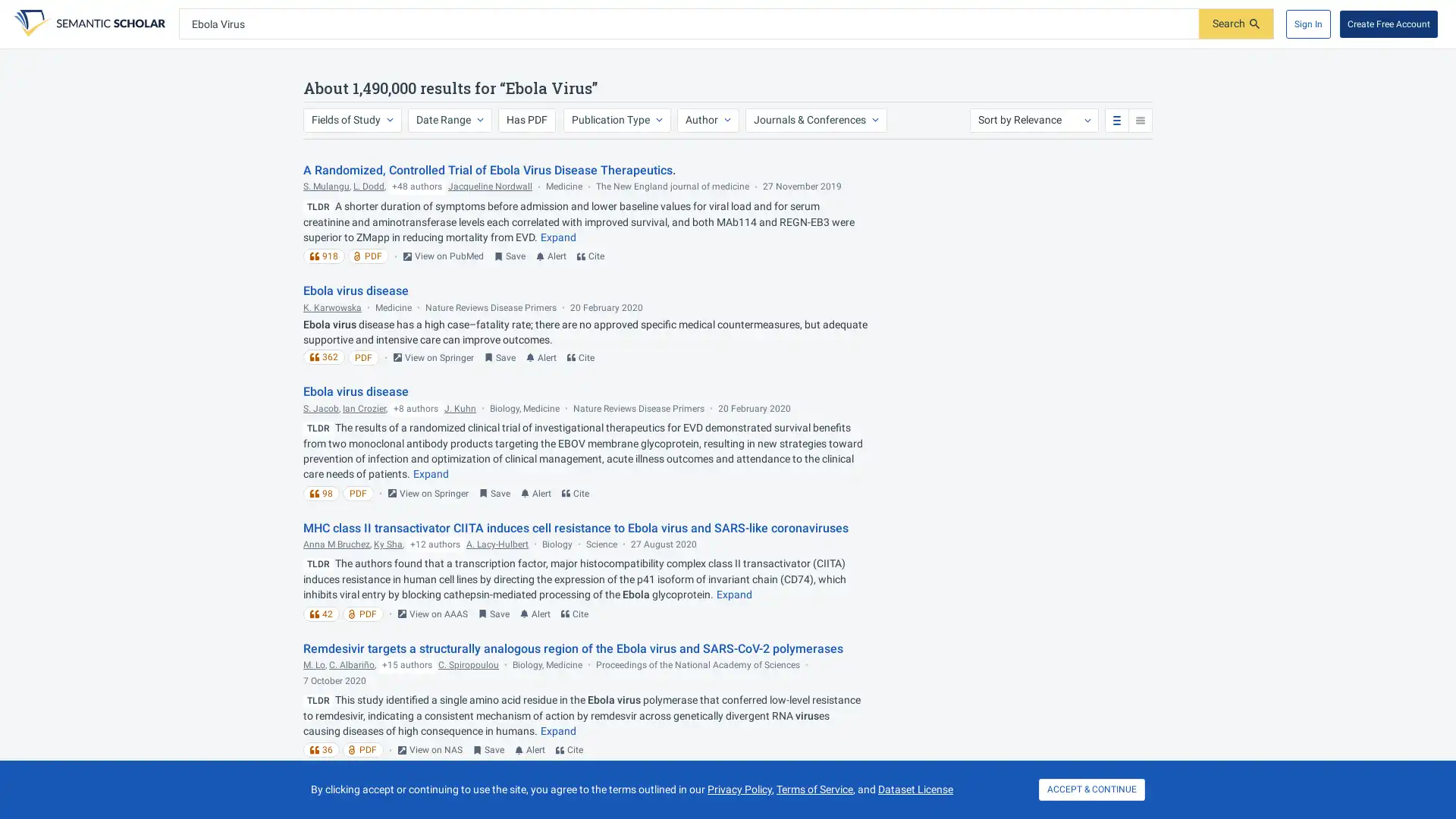  Describe the element at coordinates (814, 119) in the screenshot. I see `Journals & Conferences` at that location.